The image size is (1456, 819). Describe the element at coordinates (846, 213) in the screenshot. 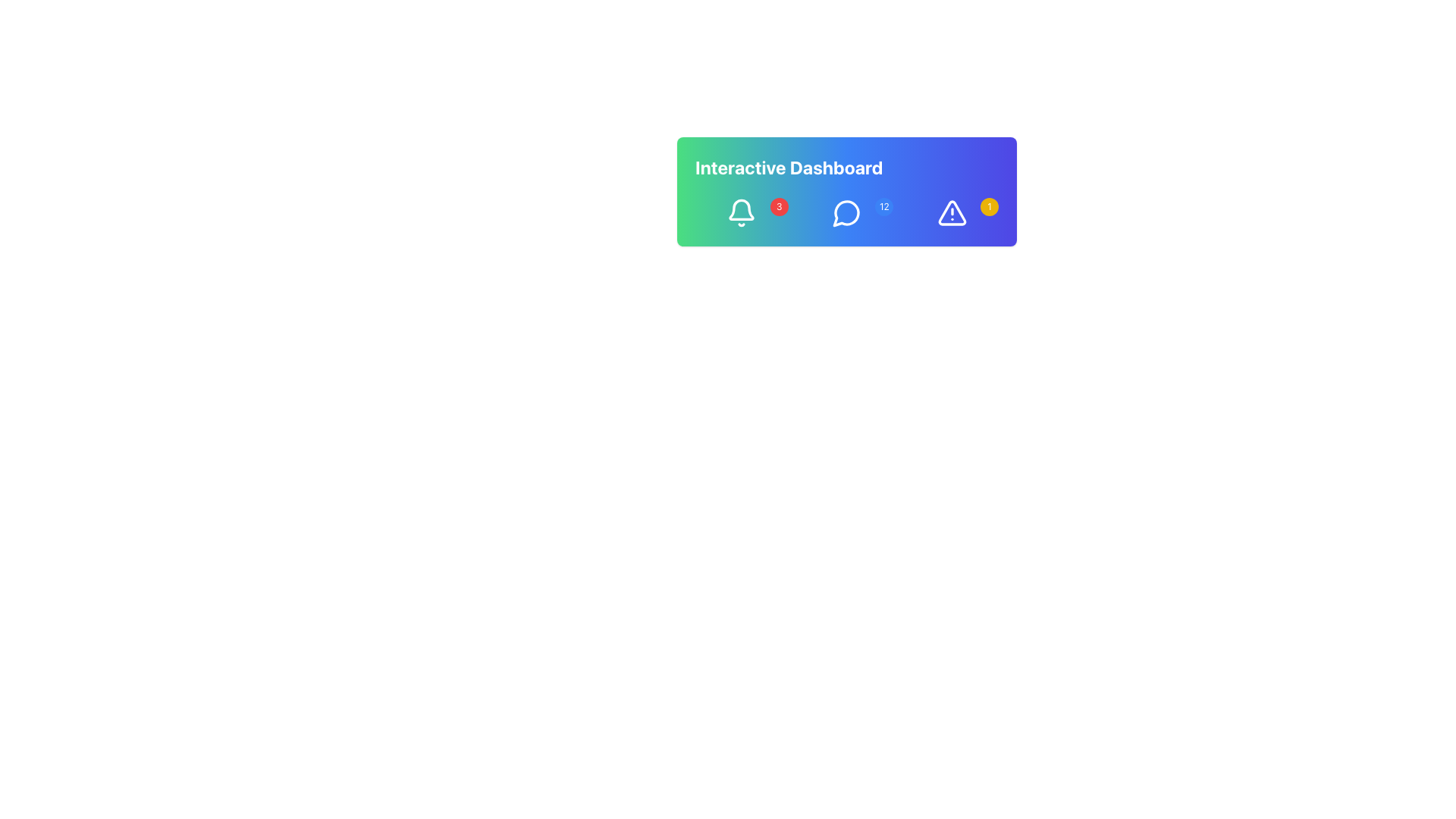

I see `the speech bubble icon located in the header section of the interactive dashboard` at that location.